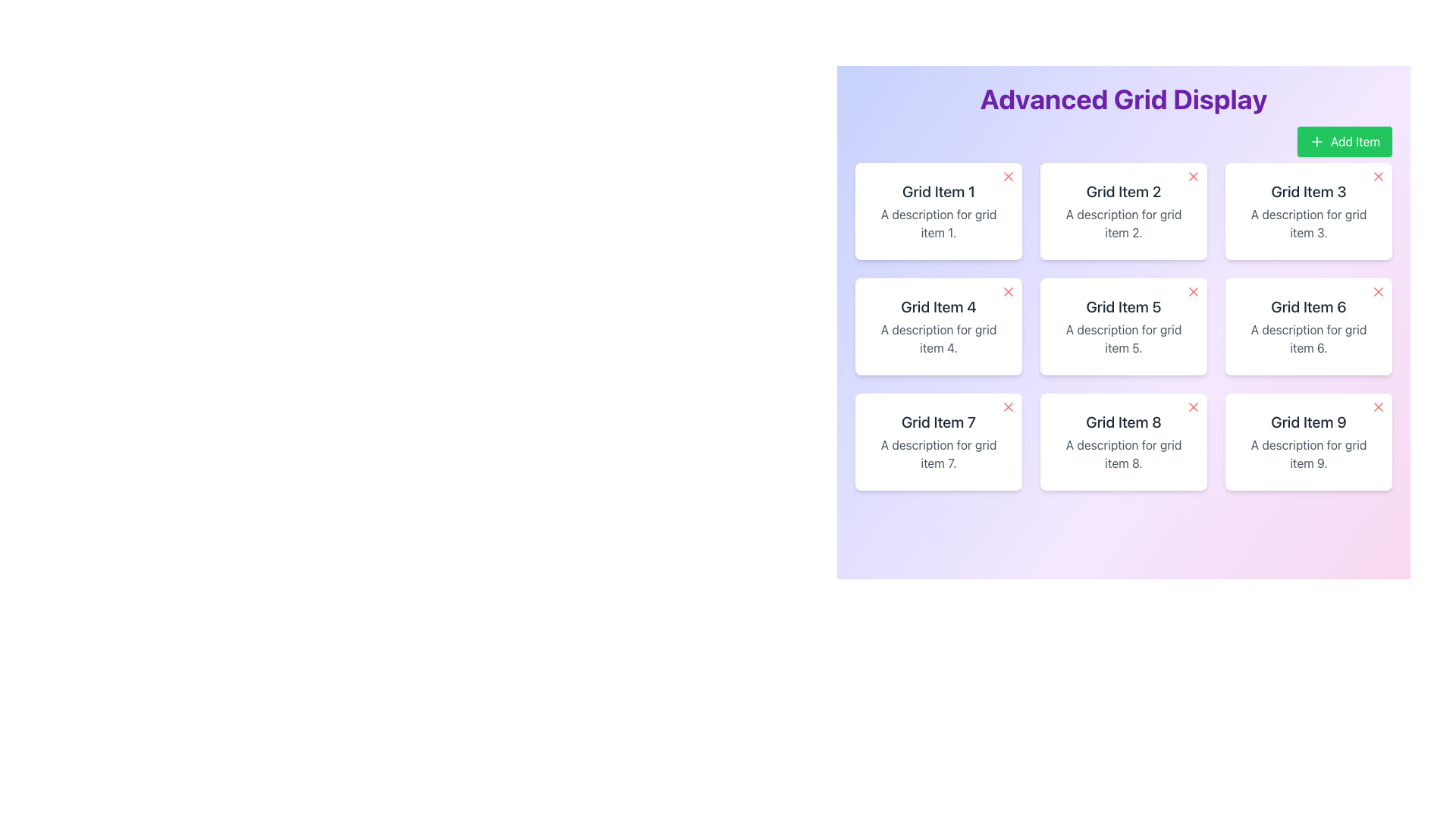 The image size is (1456, 819). I want to click on the decorative icon within the 'Add Item' button located at the upper-right corner of the interface, so click(1316, 141).